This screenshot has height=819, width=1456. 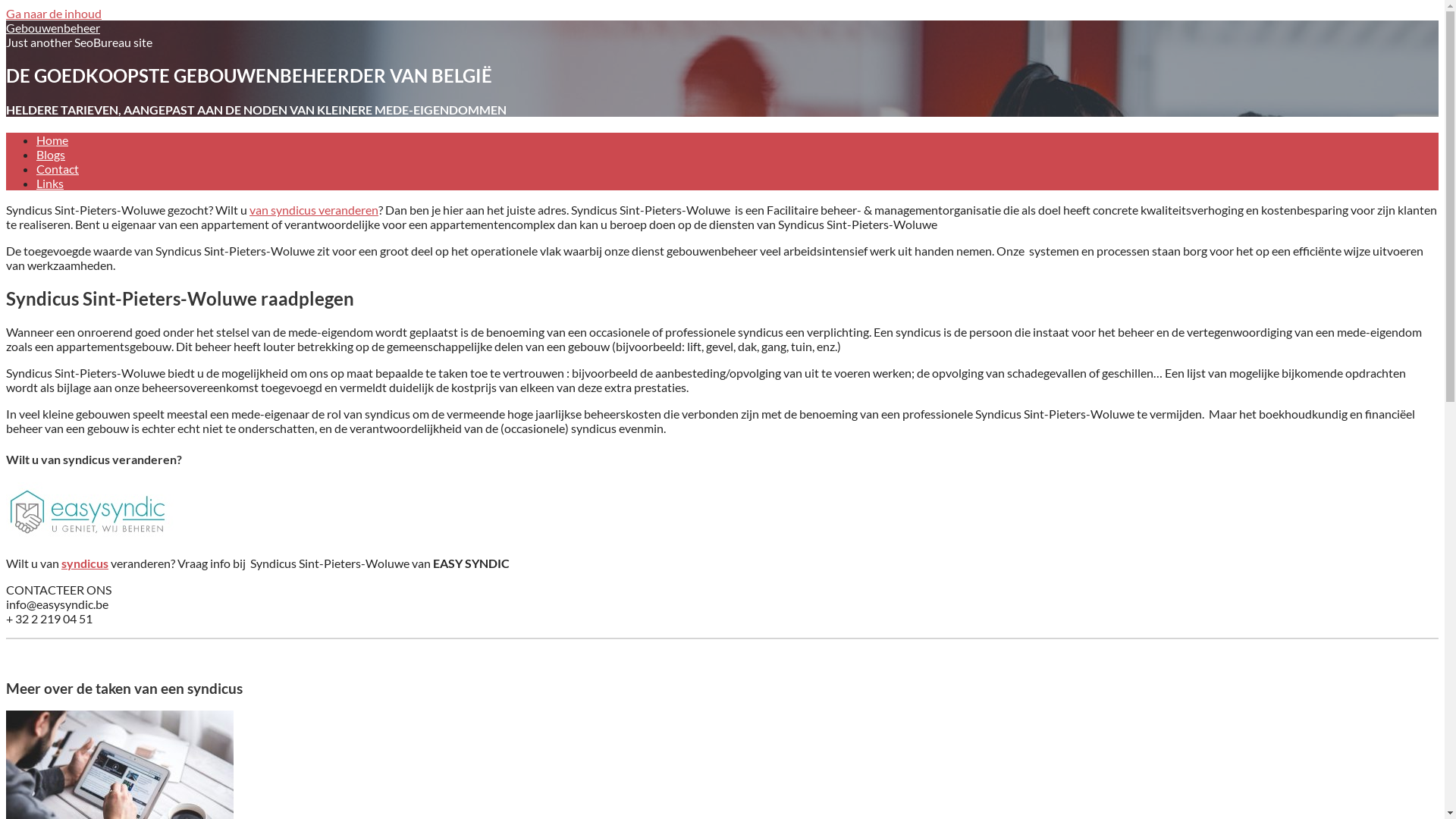 What do you see at coordinates (53, 27) in the screenshot?
I see `'Gebouwenbeheer'` at bounding box center [53, 27].